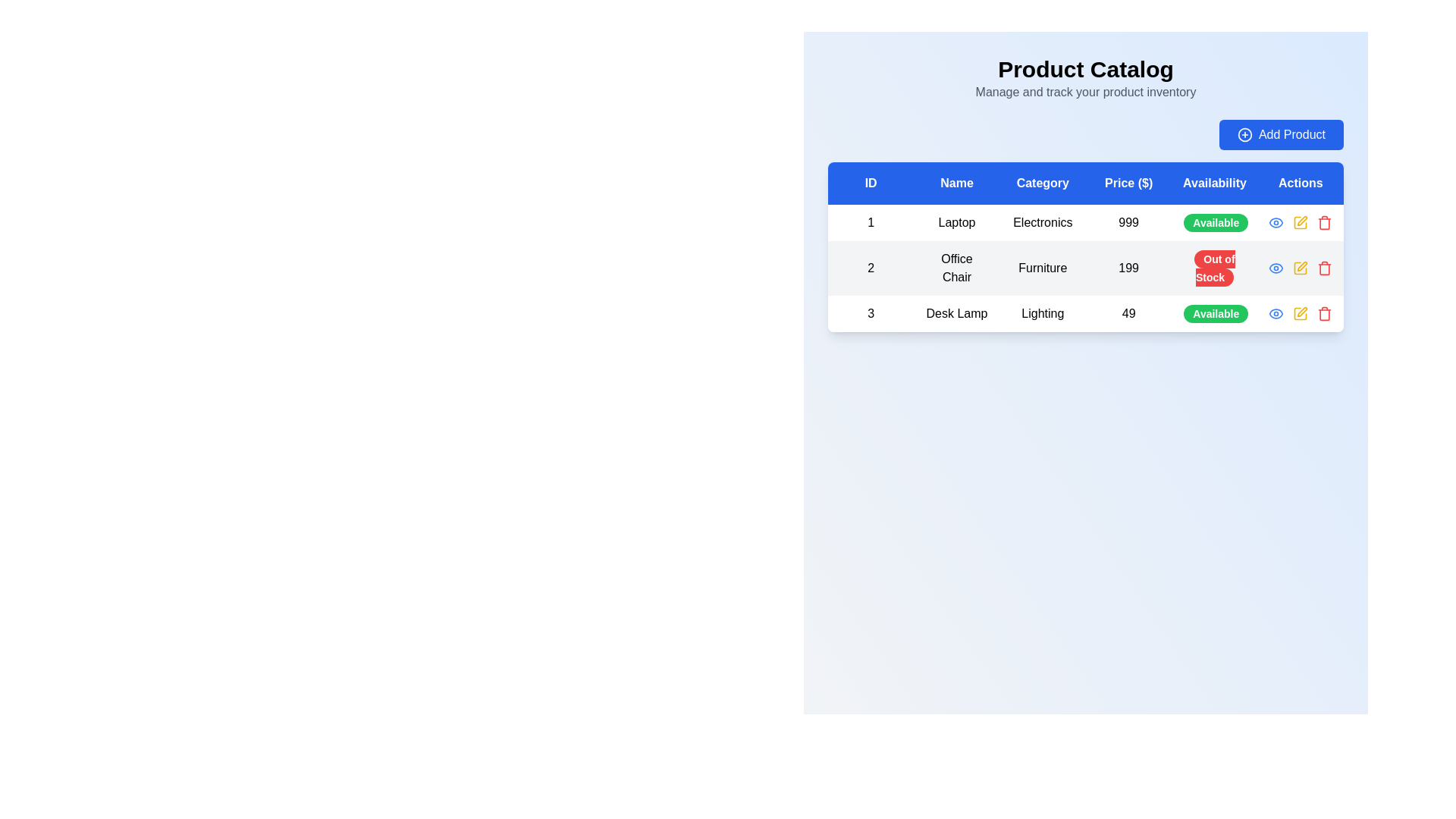 Image resolution: width=1456 pixels, height=819 pixels. What do you see at coordinates (1215, 222) in the screenshot?
I see `text from the green pill-shaped badge labeled 'Available' in the first row of the product table for the item 'Laptop'` at bounding box center [1215, 222].